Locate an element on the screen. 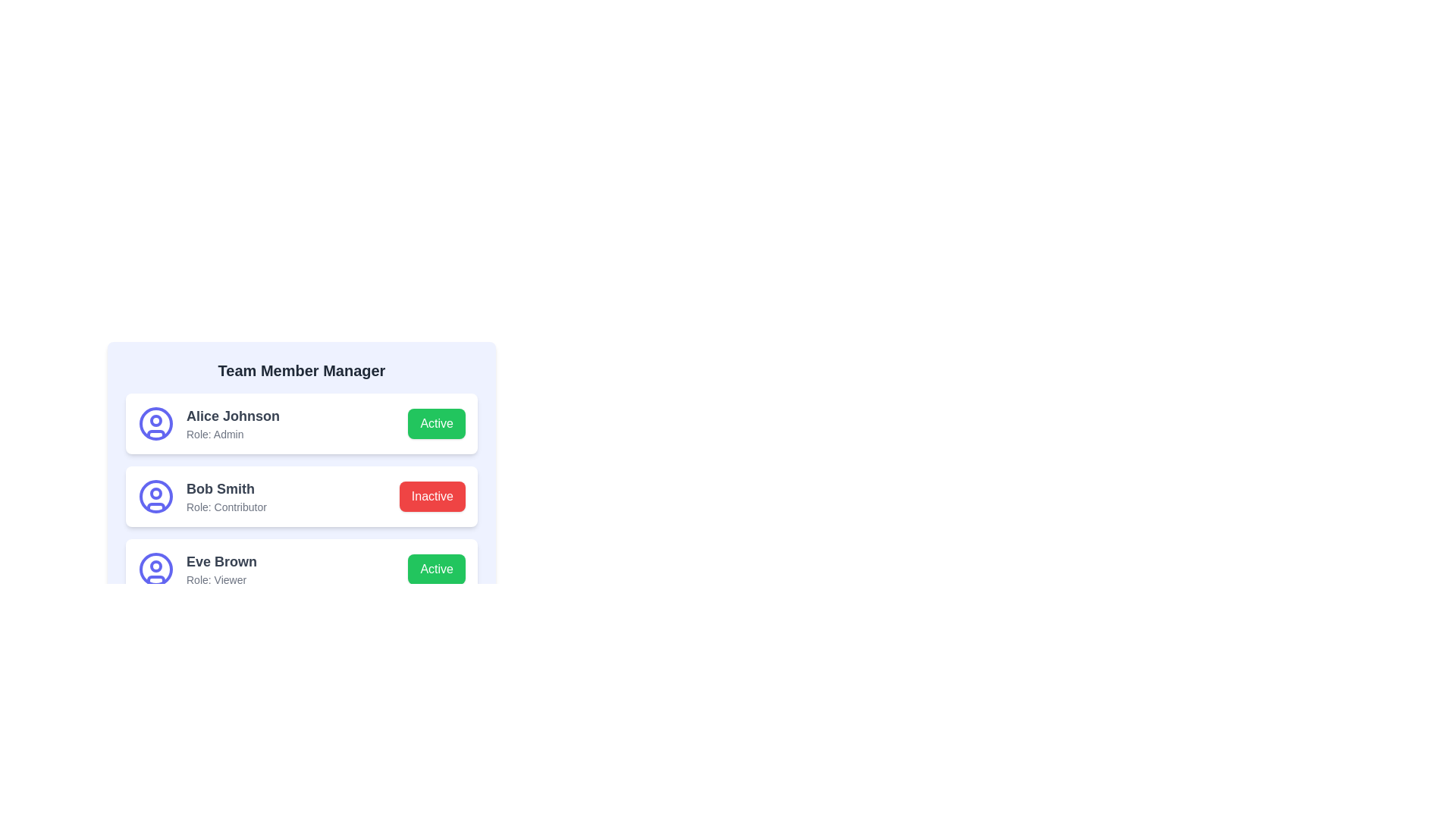  the user information element displaying 'Eve Brown' and their role 'Viewer', which includes an icon with a blue outline on the left is located at coordinates (196, 570).